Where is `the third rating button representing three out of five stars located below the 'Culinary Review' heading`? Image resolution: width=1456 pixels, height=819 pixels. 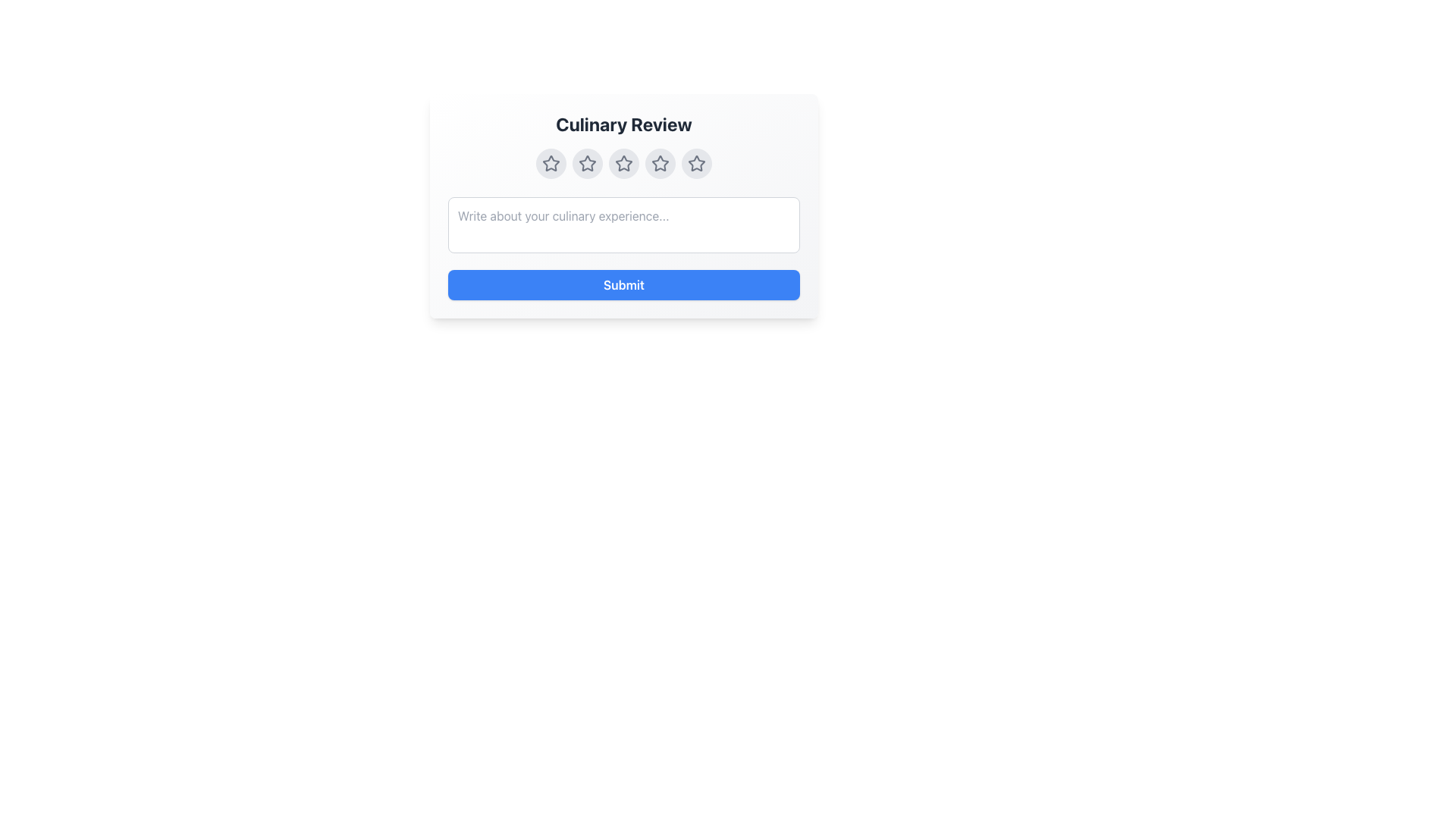 the third rating button representing three out of five stars located below the 'Culinary Review' heading is located at coordinates (623, 164).